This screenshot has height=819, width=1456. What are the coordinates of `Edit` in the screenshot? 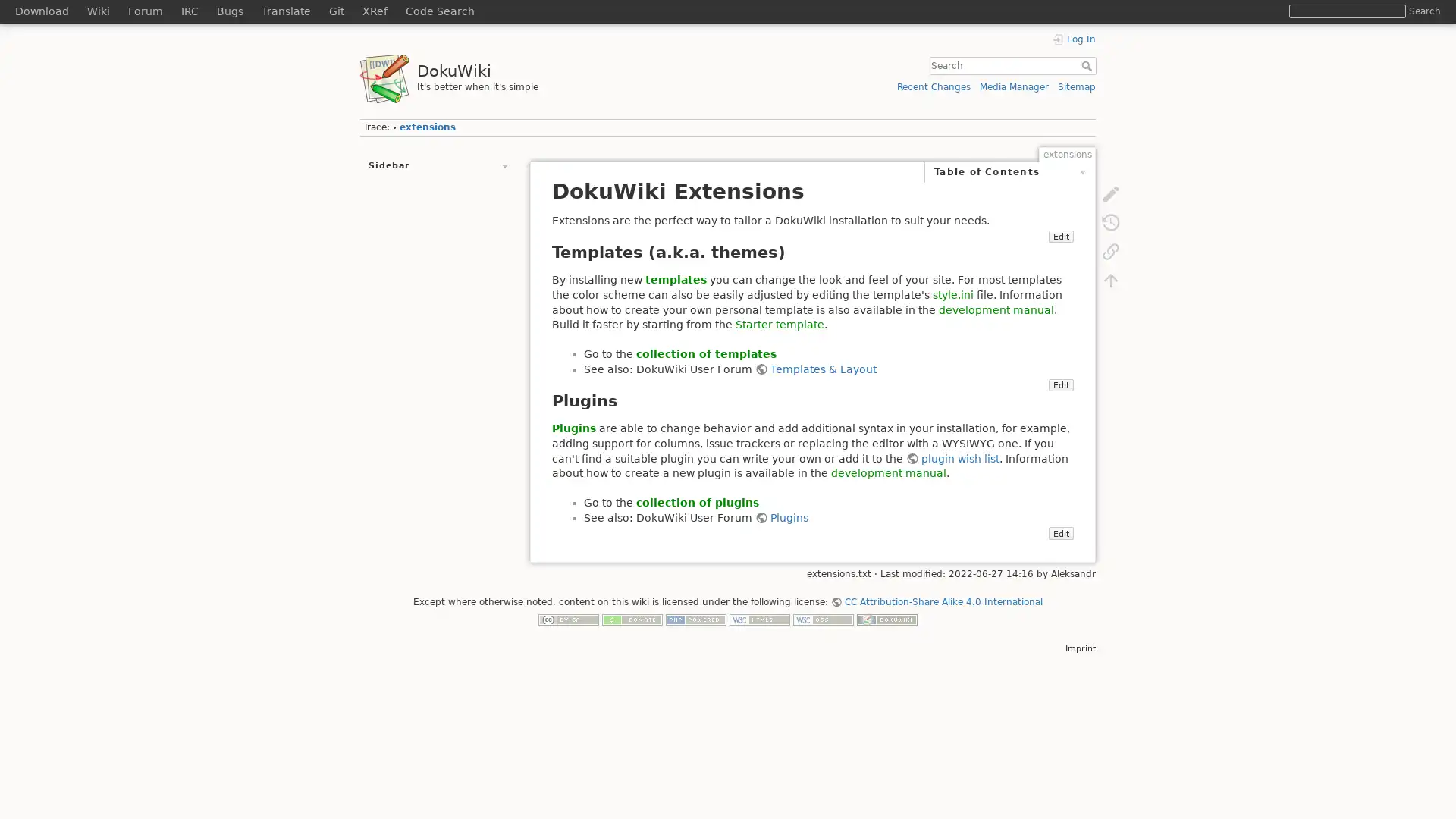 It's located at (1059, 548).